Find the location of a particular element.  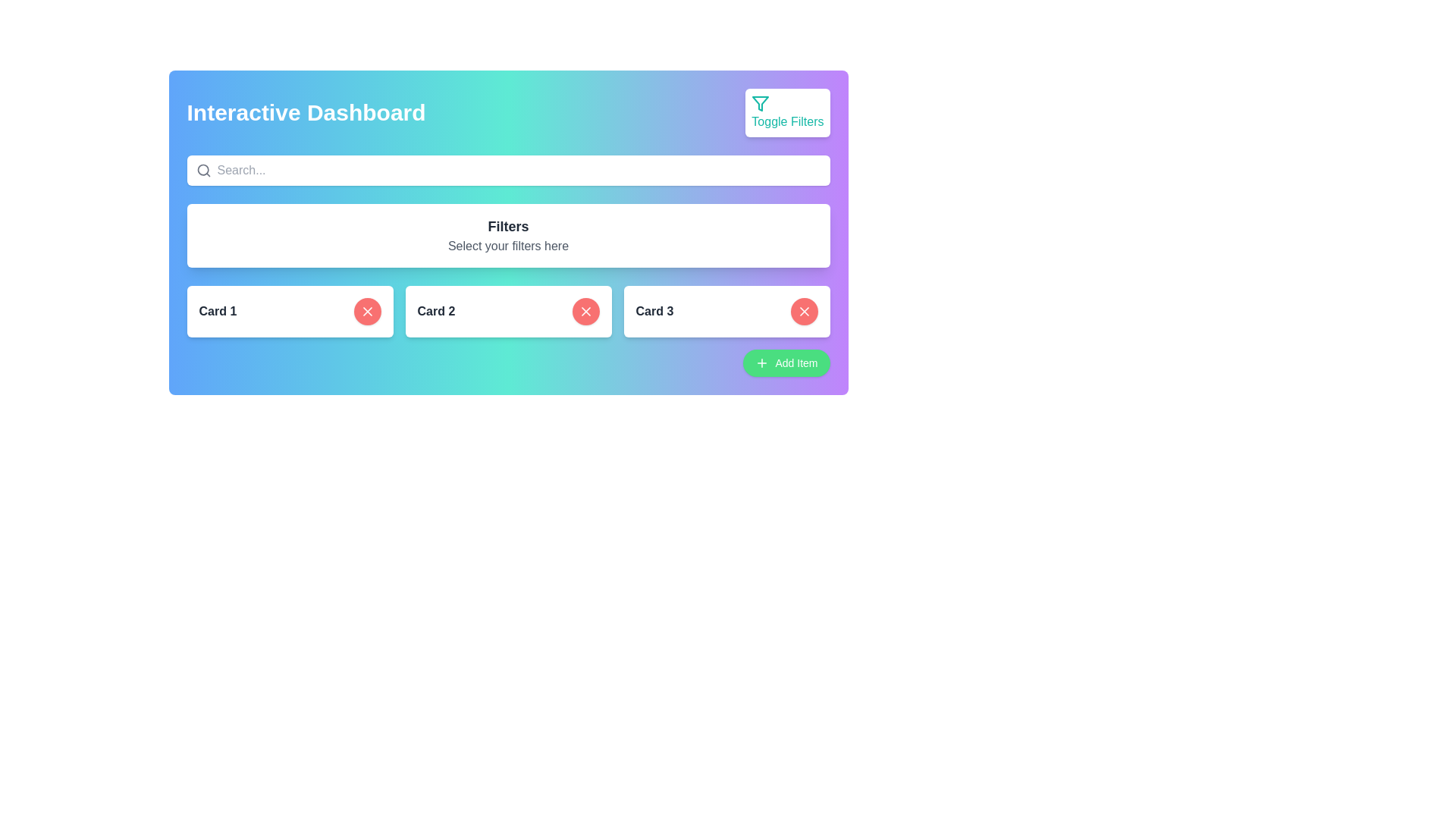

the 'X' icon button with a red background is located at coordinates (585, 311).